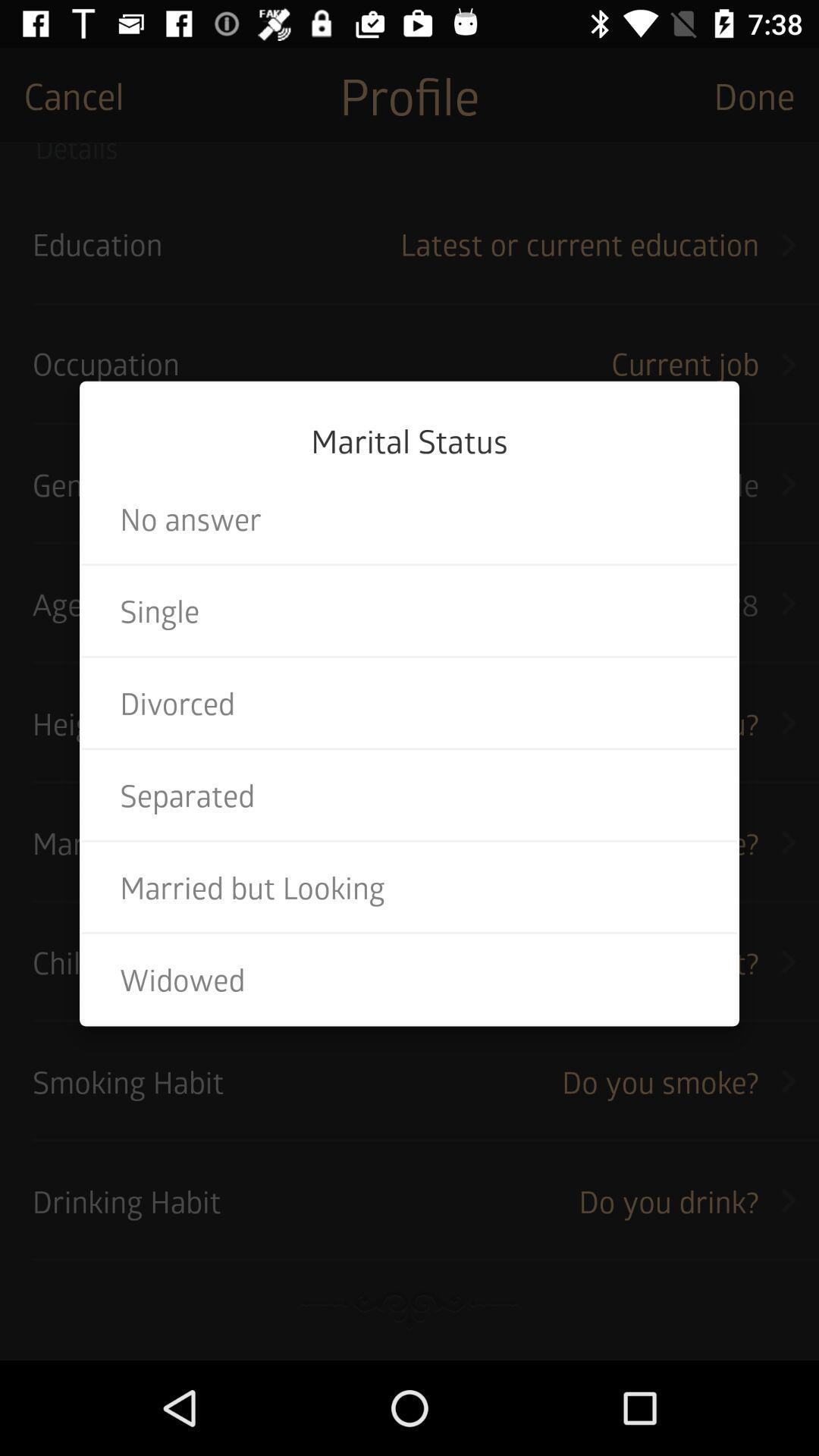  What do you see at coordinates (409, 519) in the screenshot?
I see `the item below marital status item` at bounding box center [409, 519].